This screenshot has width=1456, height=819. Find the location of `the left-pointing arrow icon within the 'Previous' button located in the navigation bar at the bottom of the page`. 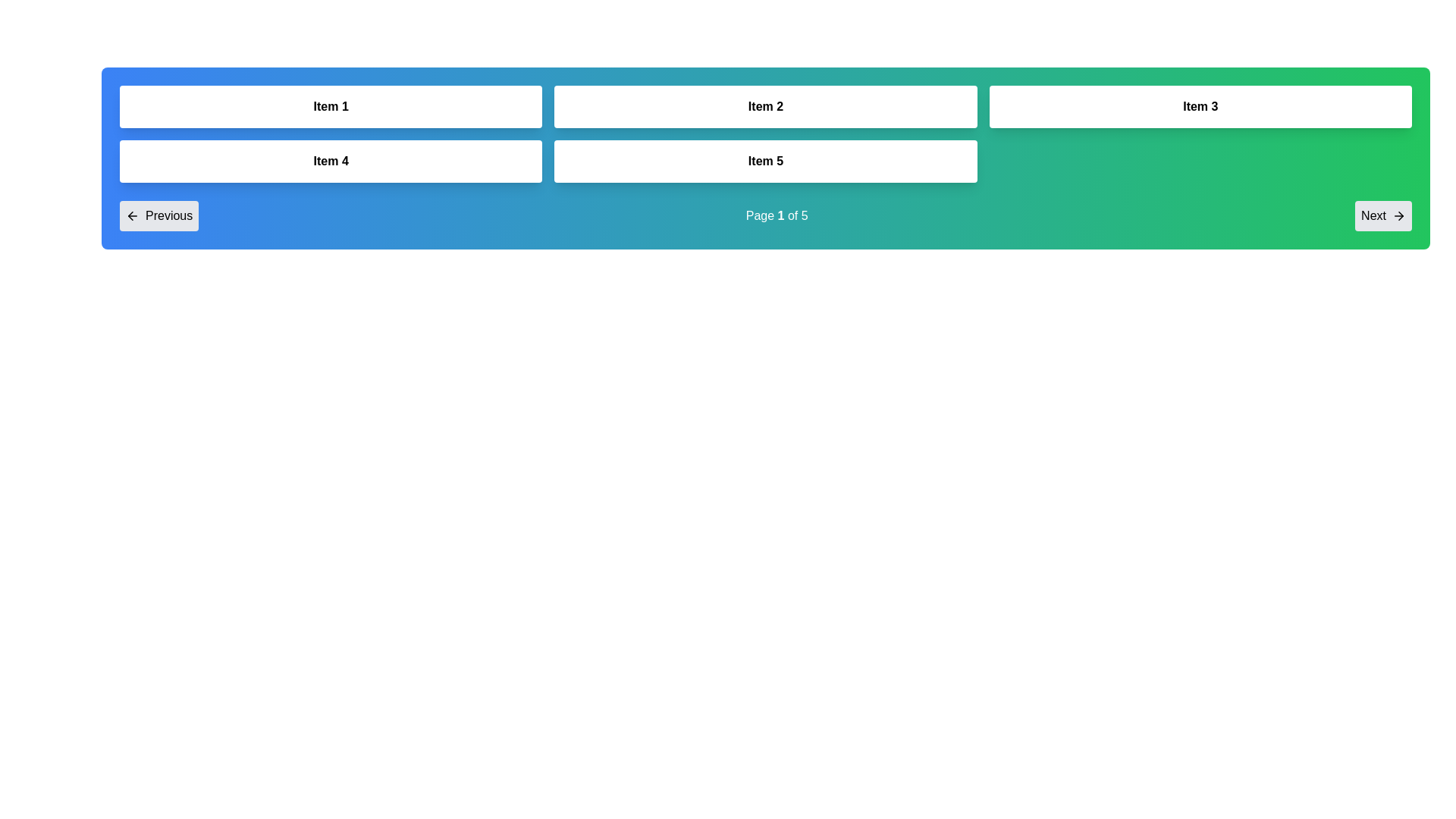

the left-pointing arrow icon within the 'Previous' button located in the navigation bar at the bottom of the page is located at coordinates (132, 216).